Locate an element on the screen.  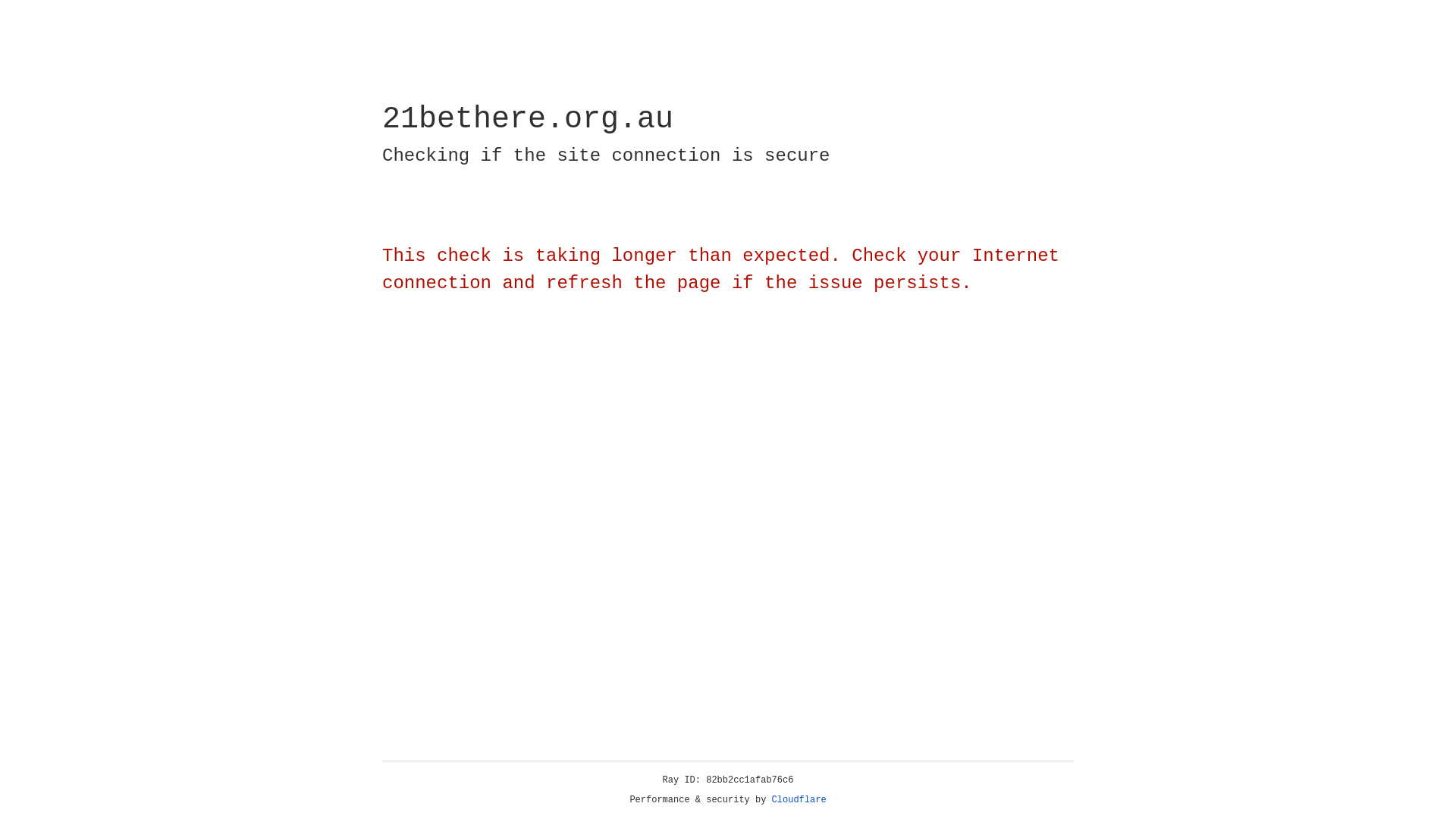
'Cloudflare' is located at coordinates (799, 799).